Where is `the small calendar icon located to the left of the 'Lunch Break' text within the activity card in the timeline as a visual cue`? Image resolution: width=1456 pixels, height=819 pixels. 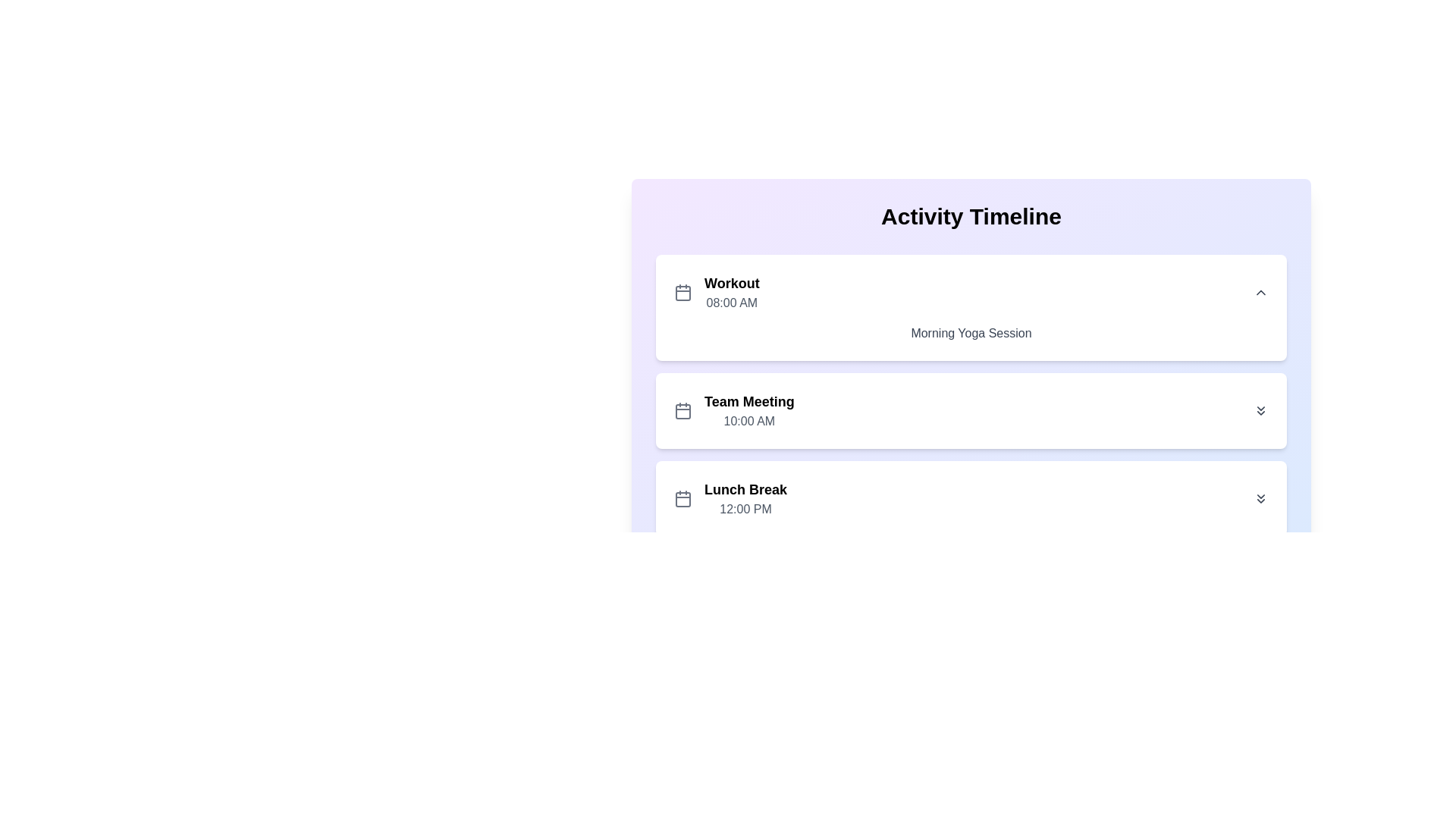
the small calendar icon located to the left of the 'Lunch Break' text within the activity card in the timeline as a visual cue is located at coordinates (682, 499).